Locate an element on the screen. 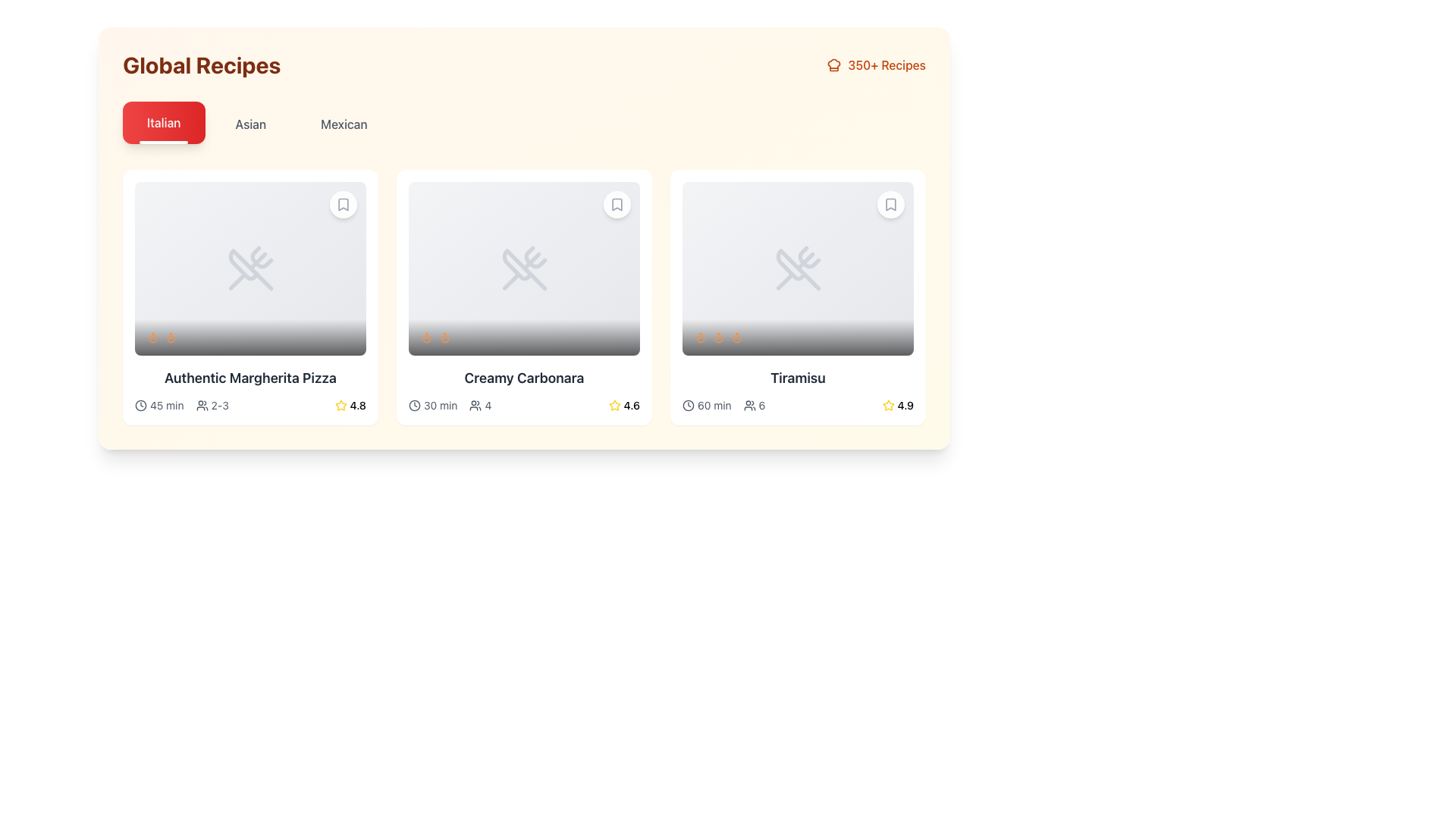 This screenshot has height=819, width=1456. the 'Global Recipes' text element is located at coordinates (201, 64).